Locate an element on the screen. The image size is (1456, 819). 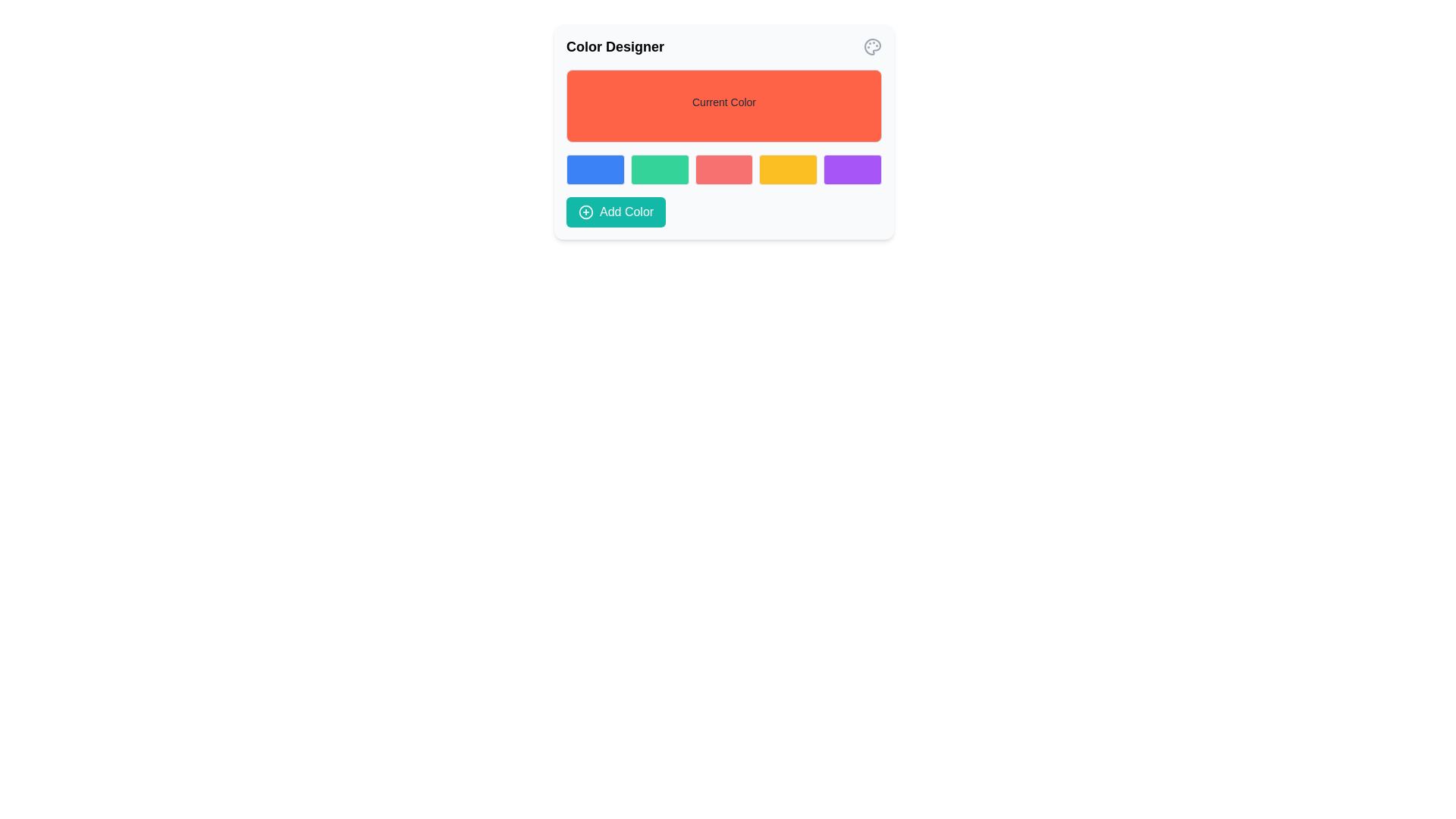
the fifth selectable color swatch, which is a vivid purple rectangular block with rounded corners and a border is located at coordinates (852, 169).